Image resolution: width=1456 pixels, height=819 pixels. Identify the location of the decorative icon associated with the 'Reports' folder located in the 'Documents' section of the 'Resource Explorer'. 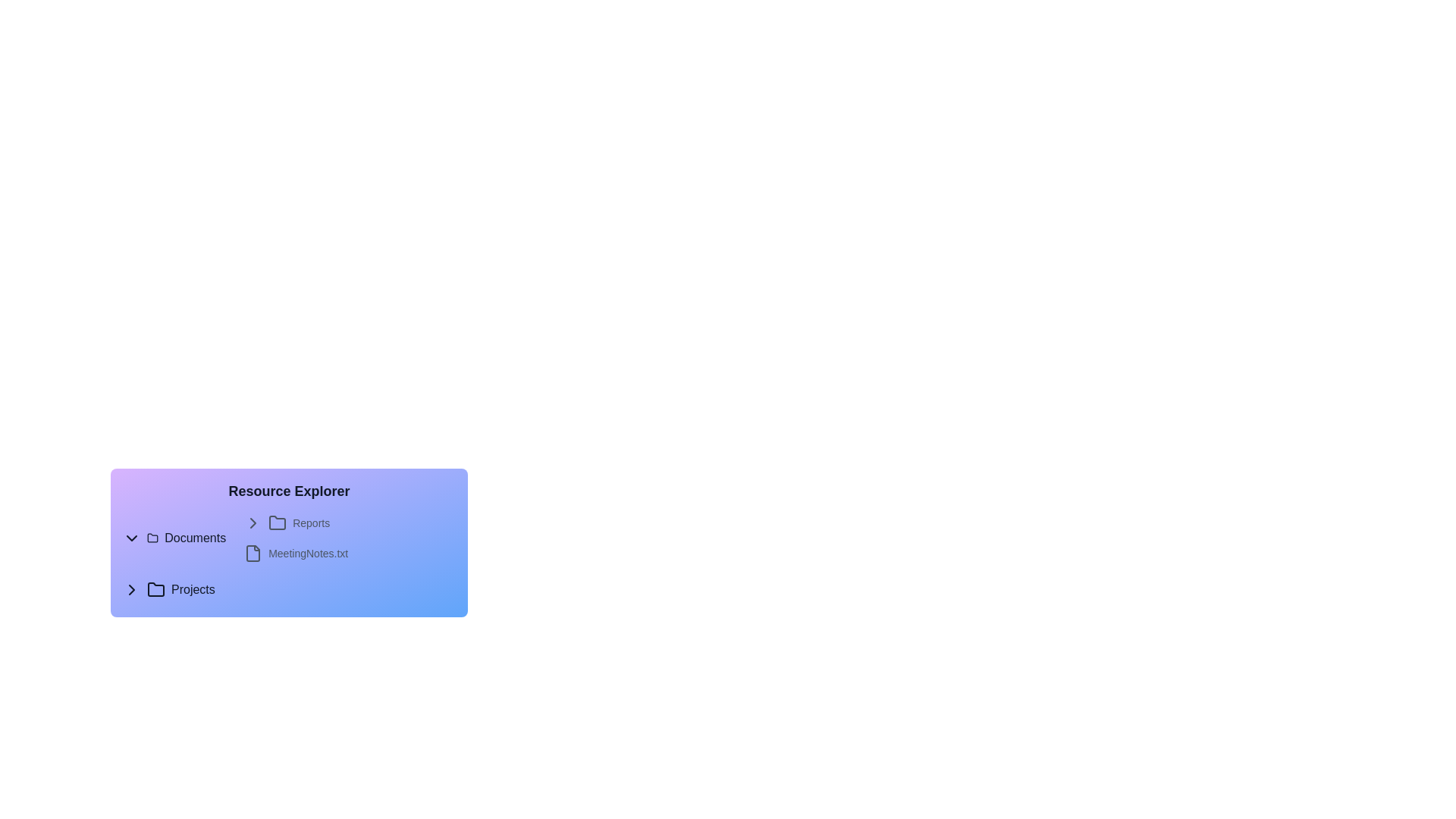
(253, 522).